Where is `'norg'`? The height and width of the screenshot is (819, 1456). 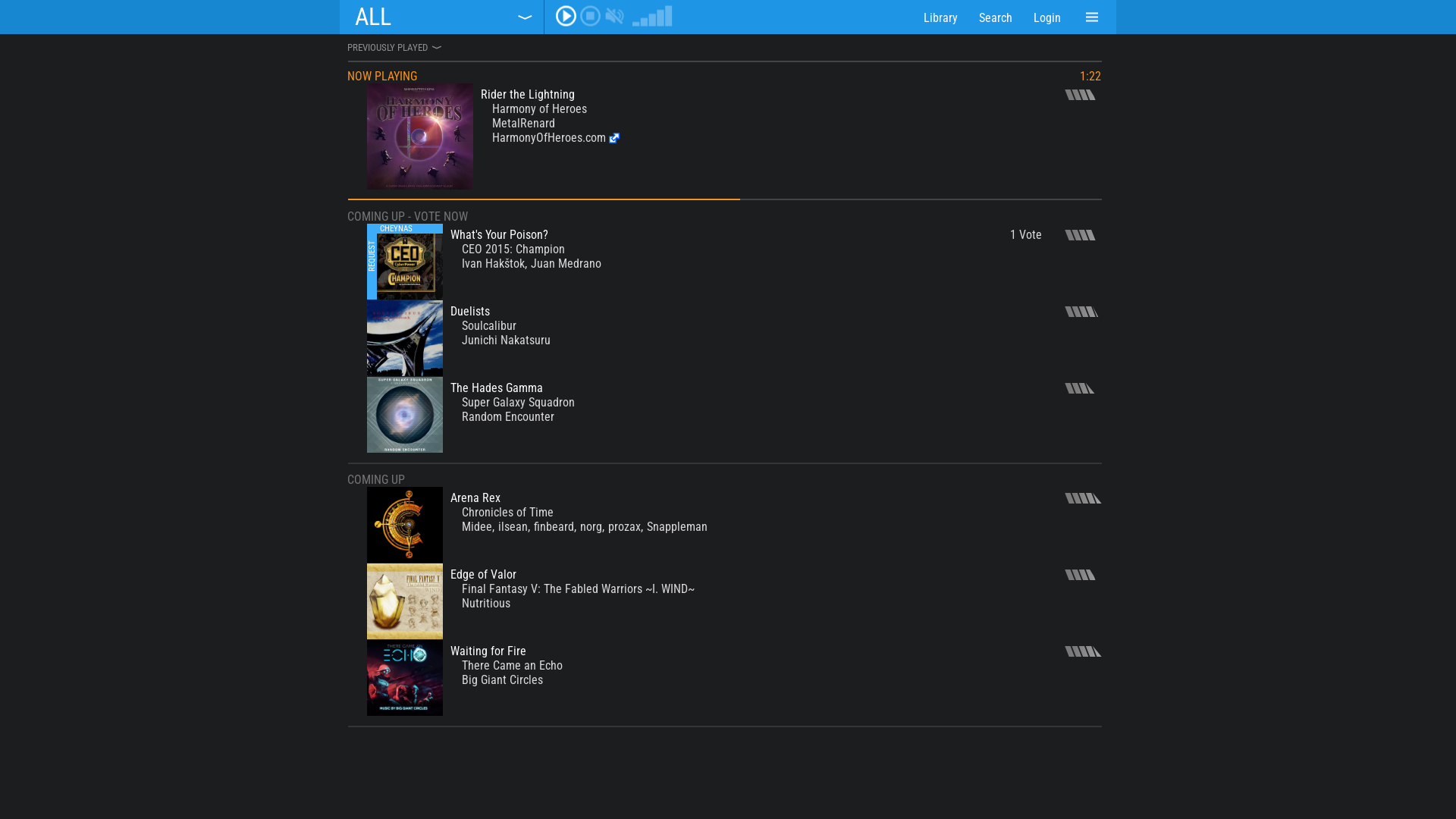 'norg' is located at coordinates (579, 526).